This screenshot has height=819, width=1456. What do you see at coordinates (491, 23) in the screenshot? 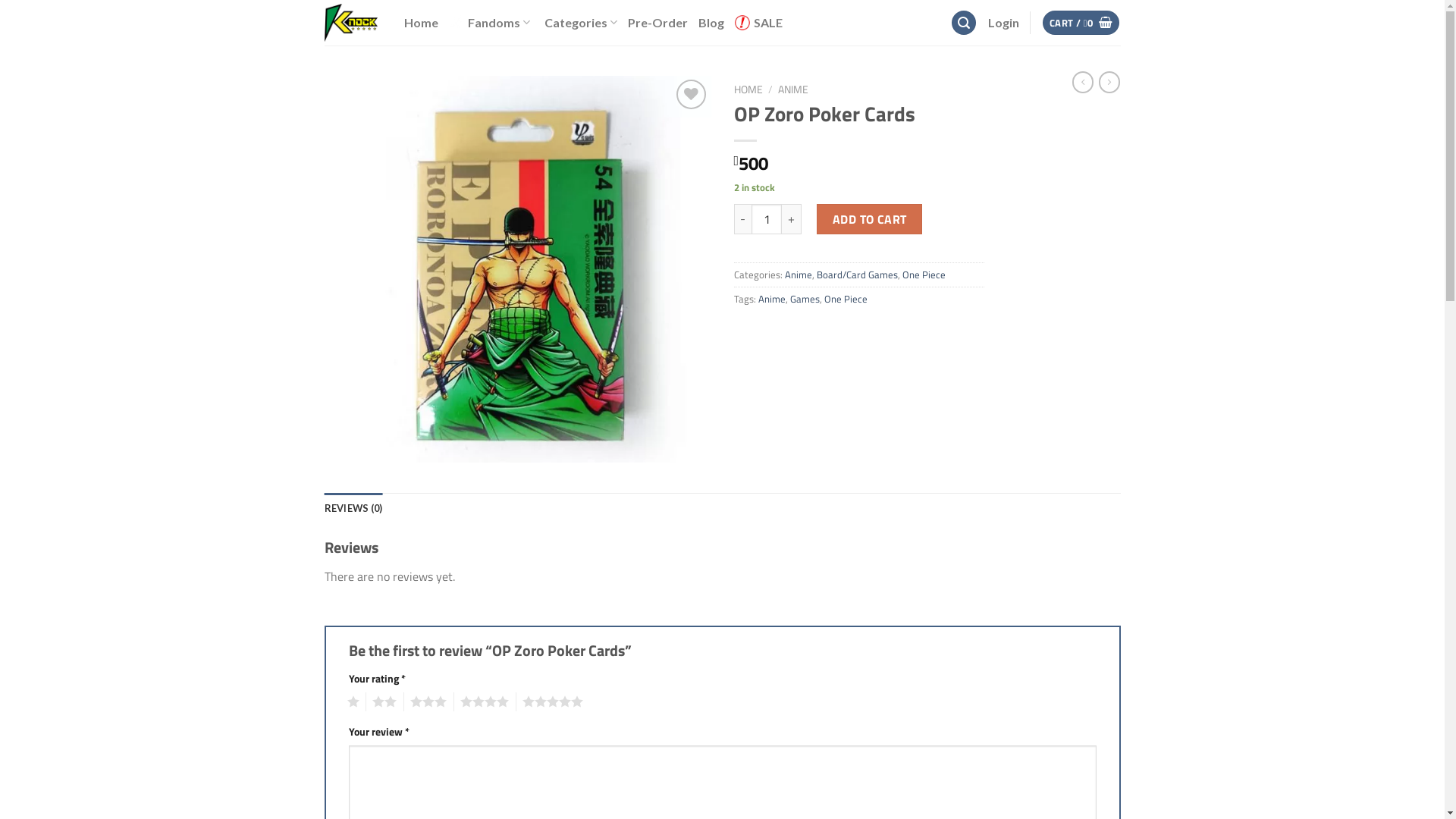
I see `'Fandoms'` at bounding box center [491, 23].